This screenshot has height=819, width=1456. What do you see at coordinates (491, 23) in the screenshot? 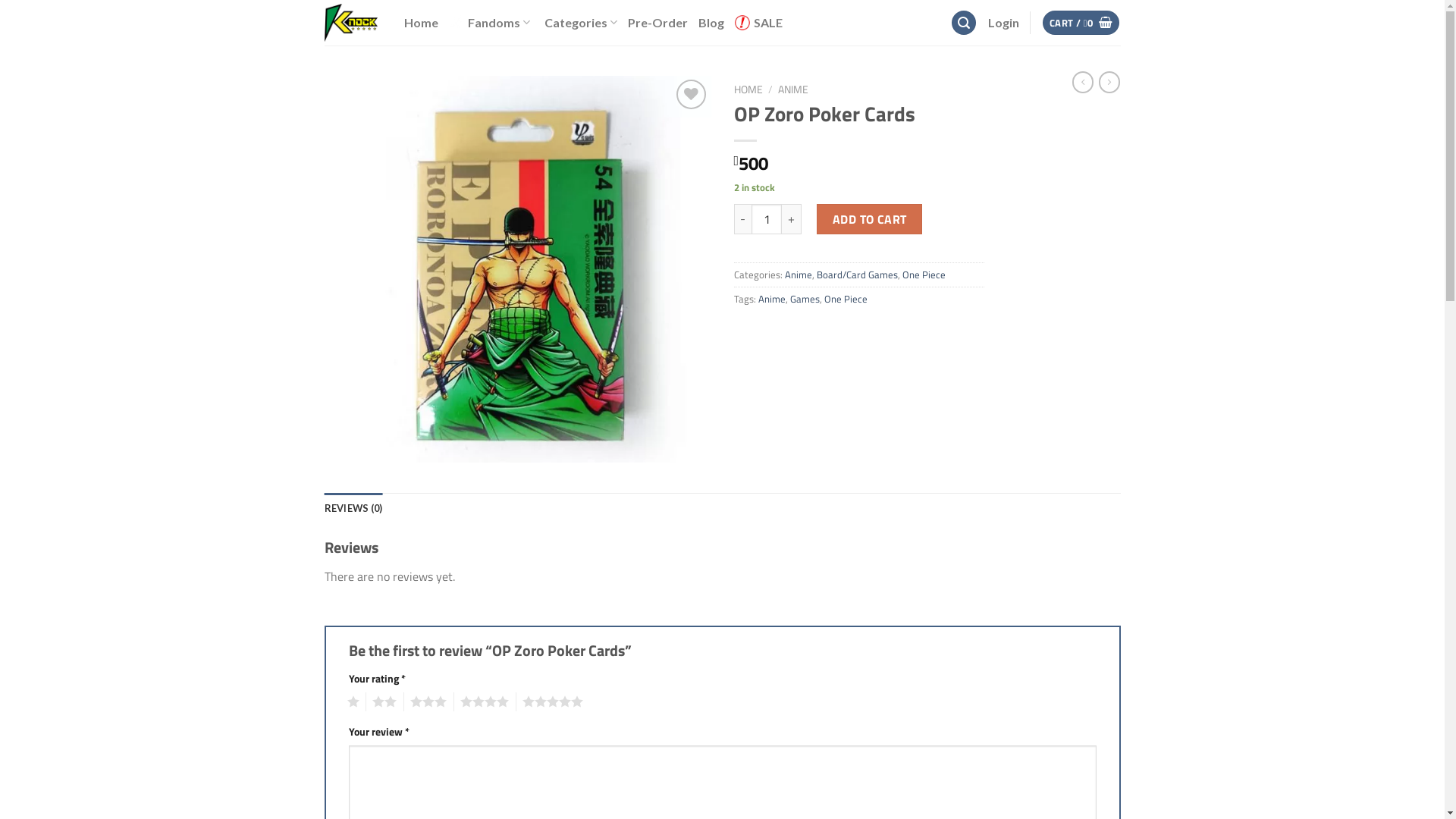
I see `'Fandoms'` at bounding box center [491, 23].